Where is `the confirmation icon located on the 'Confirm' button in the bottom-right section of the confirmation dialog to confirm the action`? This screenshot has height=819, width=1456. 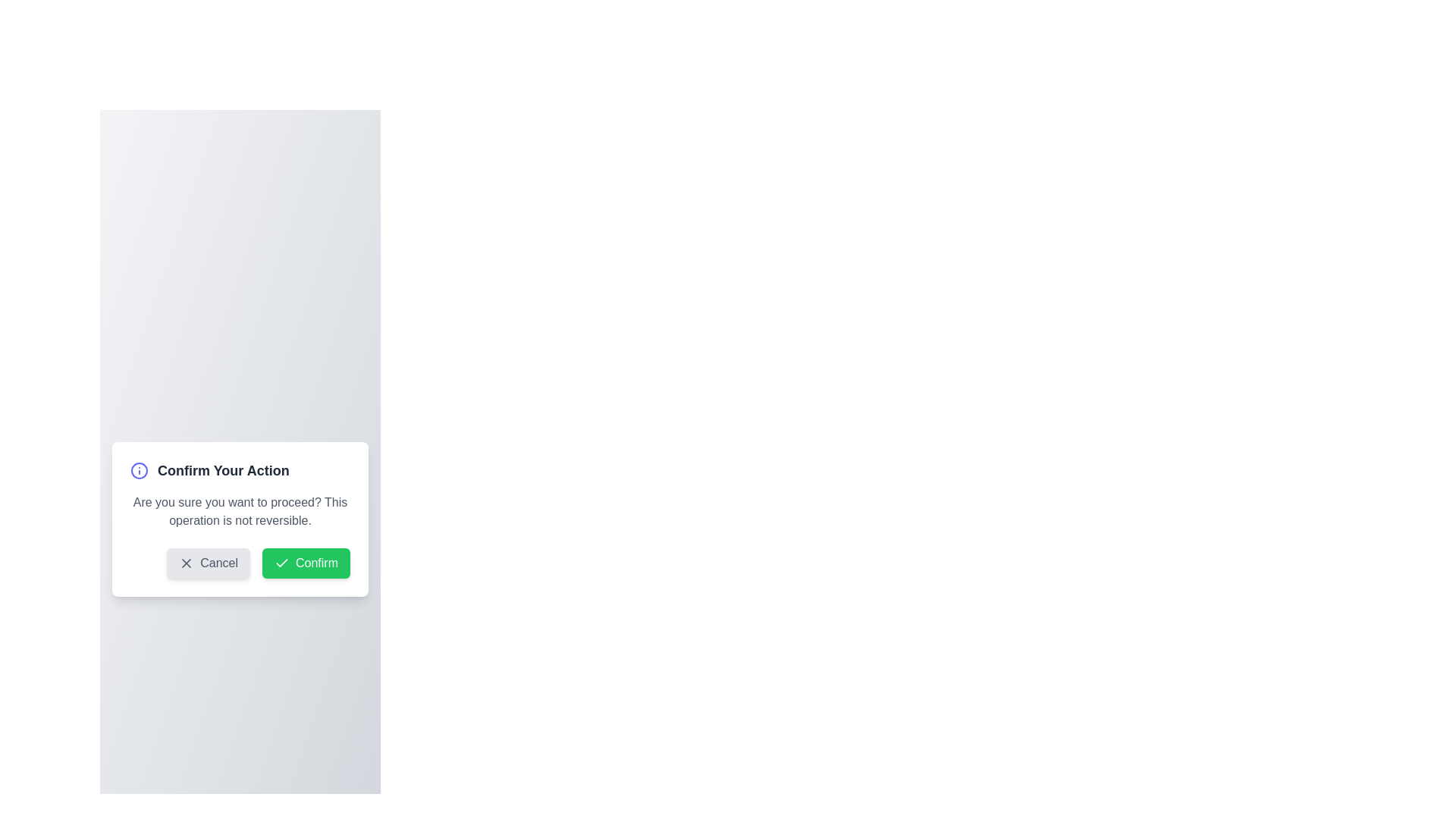 the confirmation icon located on the 'Confirm' button in the bottom-right section of the confirmation dialog to confirm the action is located at coordinates (281, 563).